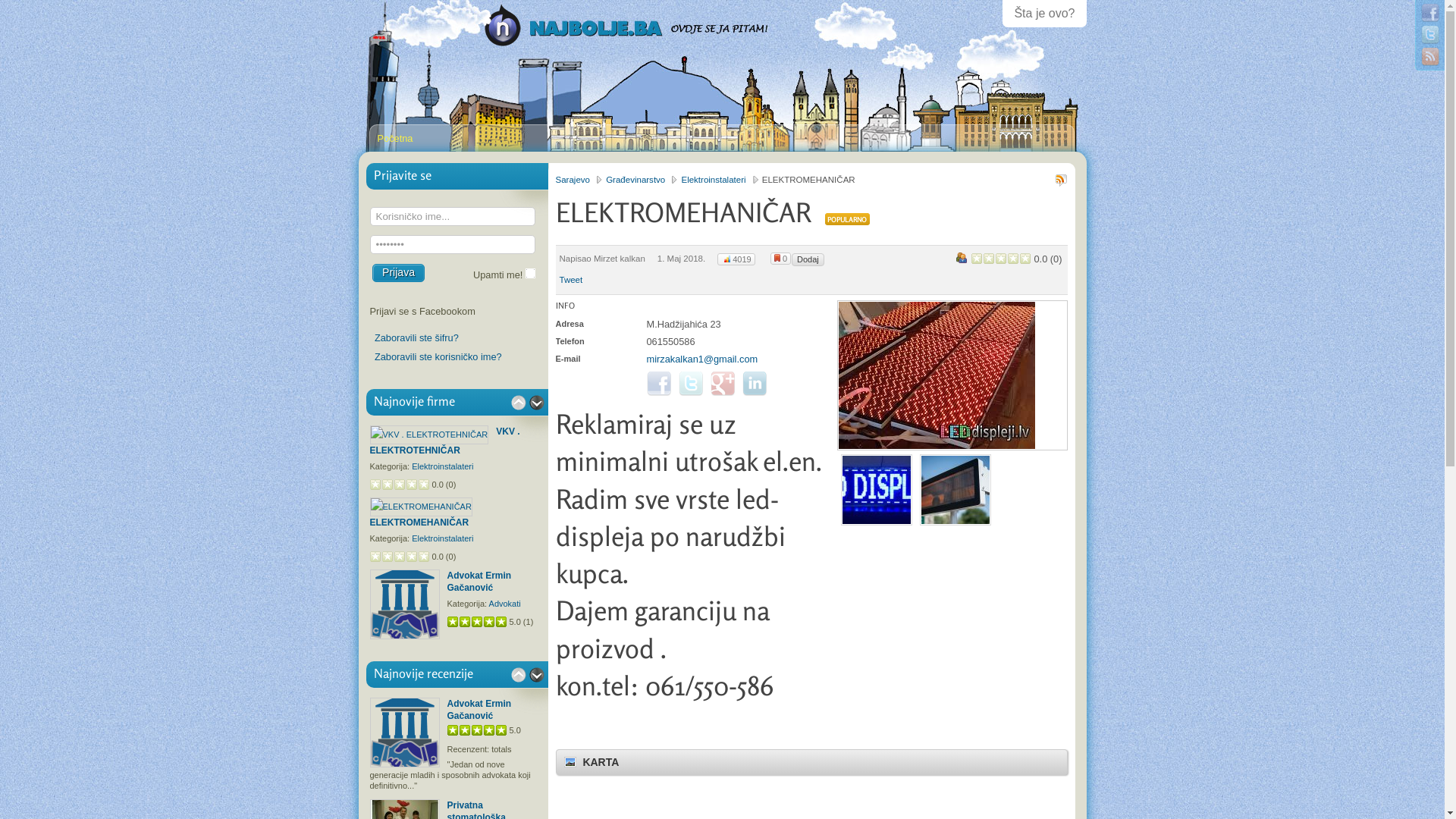 The image size is (1456, 819). What do you see at coordinates (719, 178) in the screenshot?
I see `'Elektroinstalateri'` at bounding box center [719, 178].